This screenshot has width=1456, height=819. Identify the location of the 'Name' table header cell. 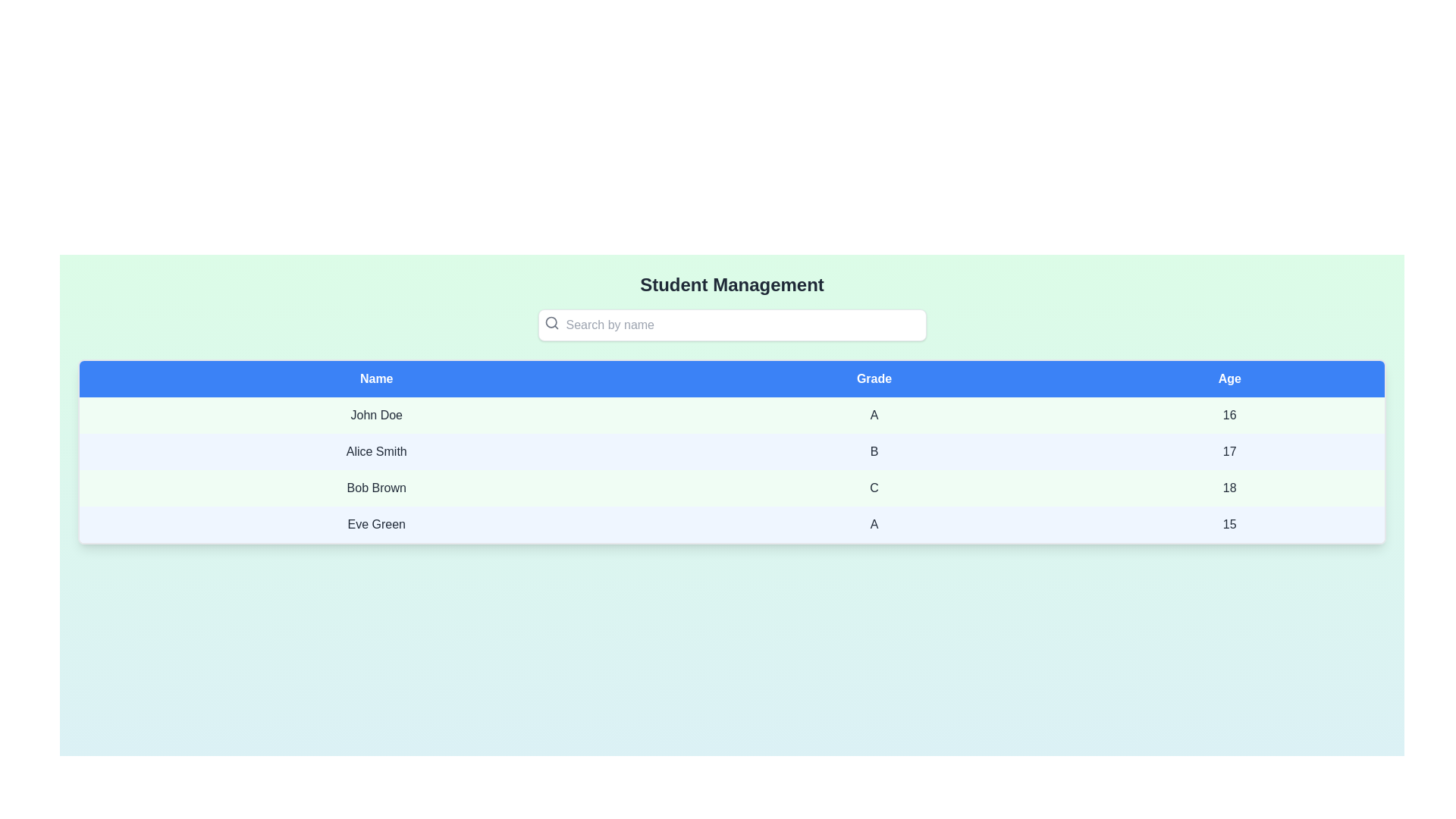
(376, 378).